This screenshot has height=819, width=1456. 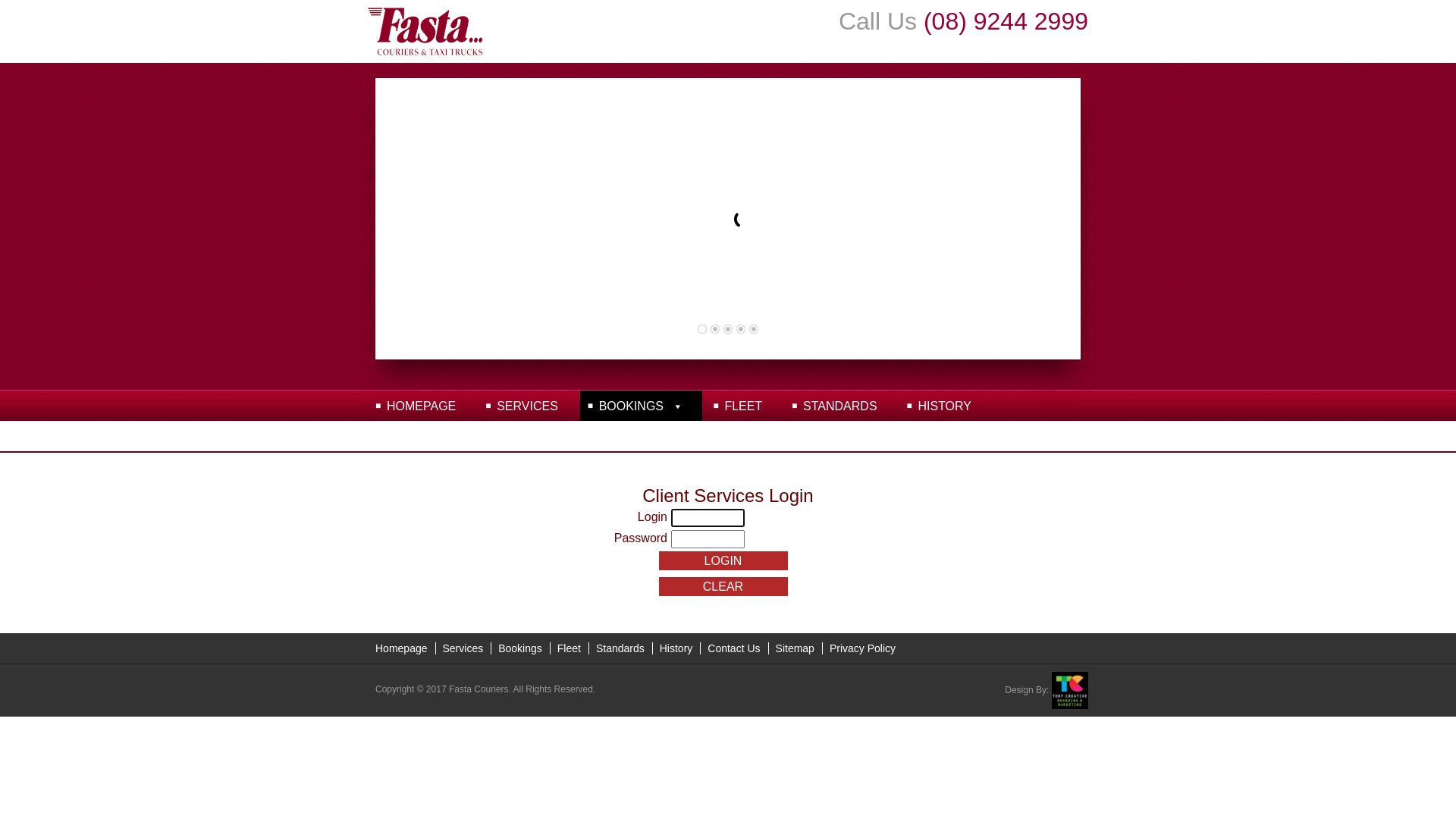 I want to click on 'STANDARDS', so click(x=839, y=405).